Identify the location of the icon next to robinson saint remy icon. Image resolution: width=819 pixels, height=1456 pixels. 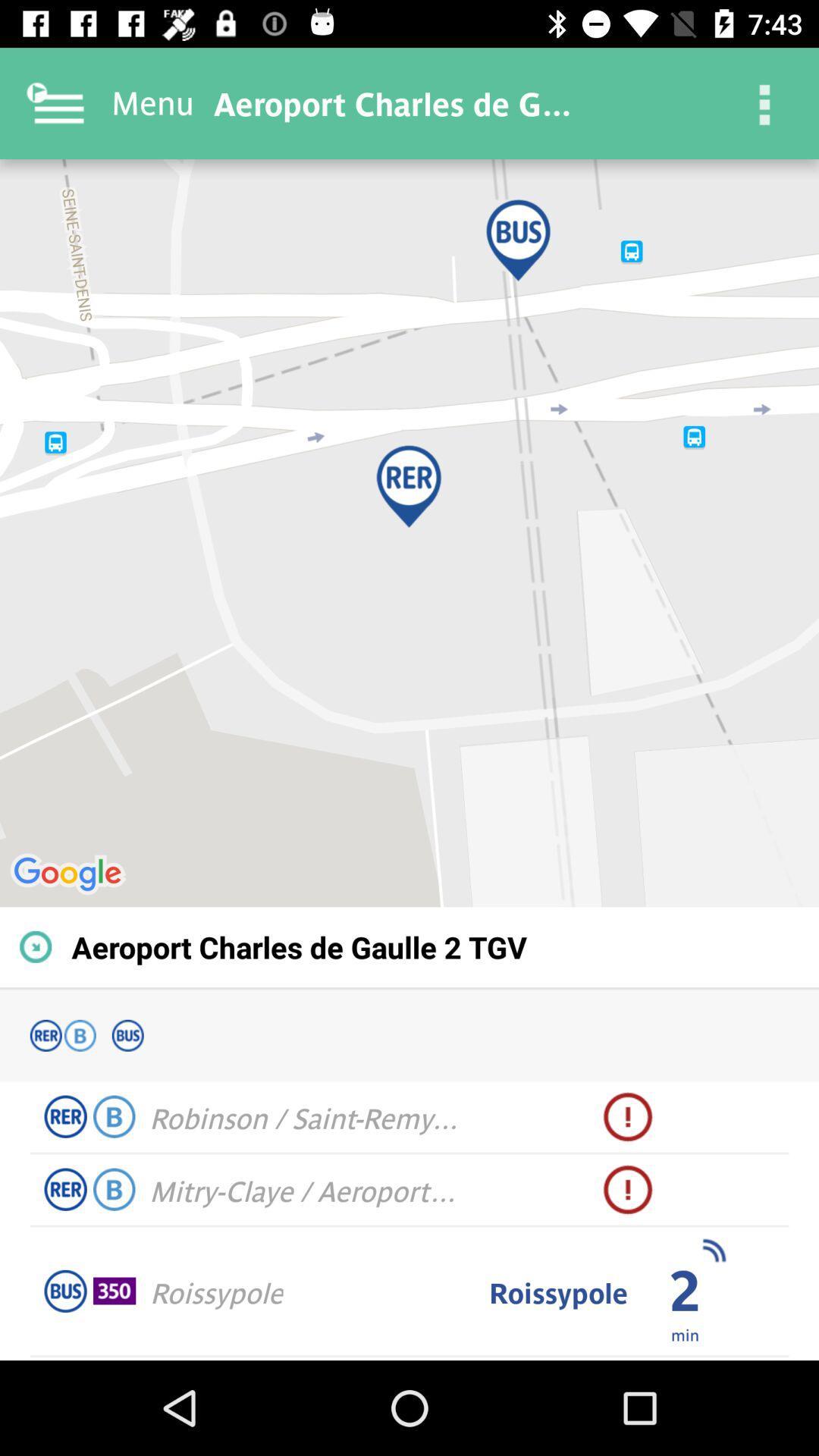
(628, 1117).